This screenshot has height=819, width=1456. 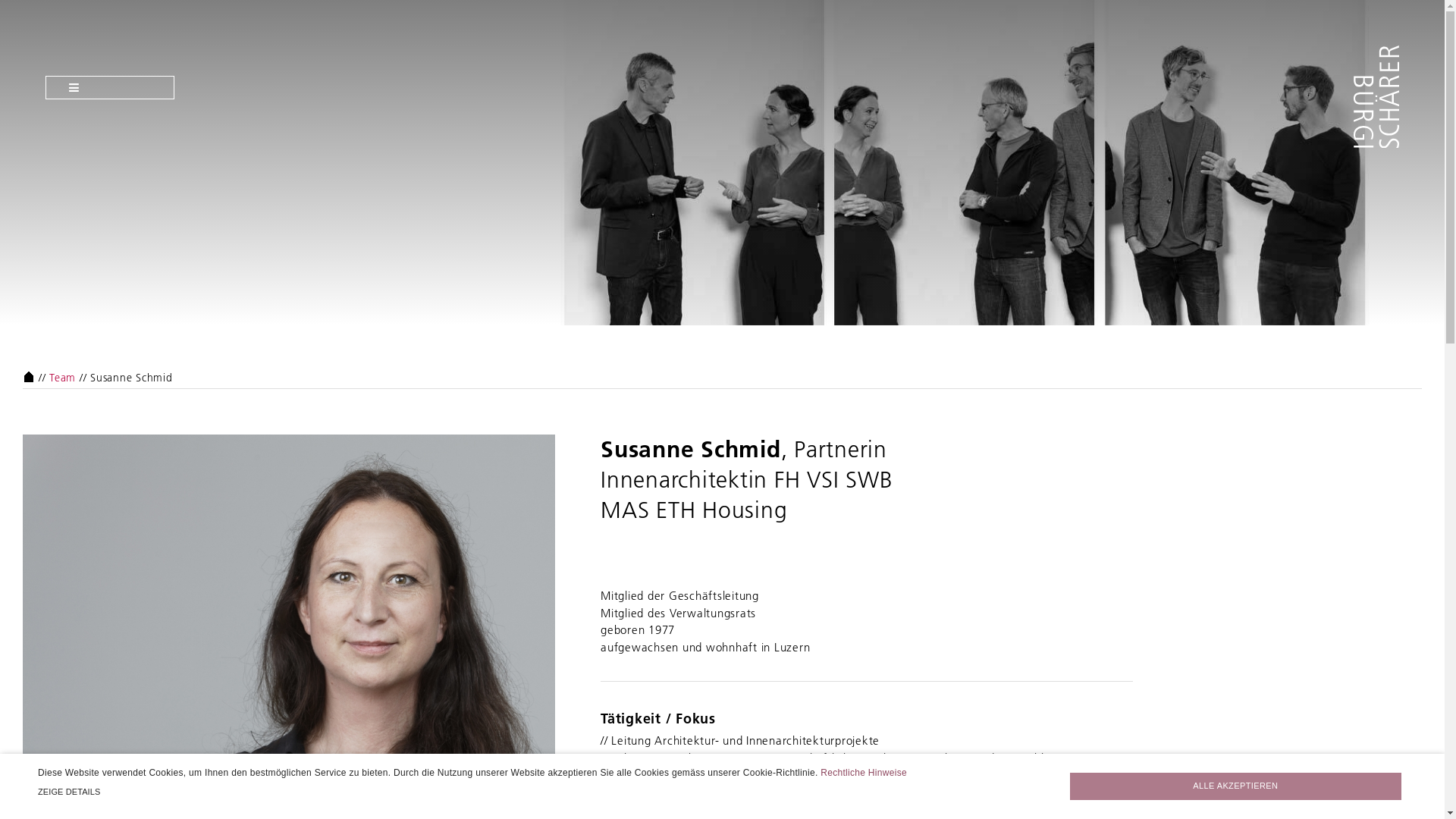 I want to click on 'Team', so click(x=61, y=376).